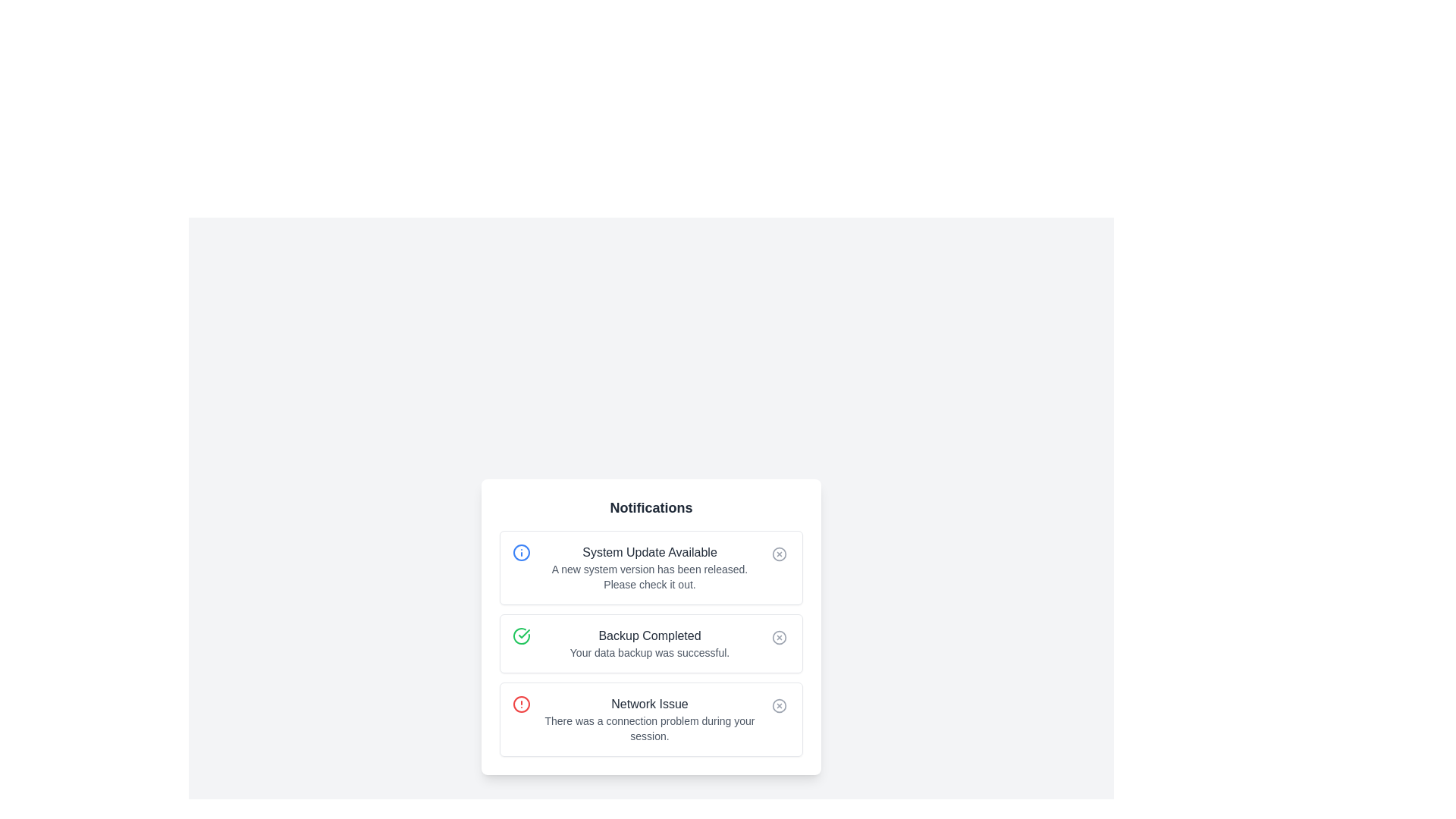  Describe the element at coordinates (521, 704) in the screenshot. I see `the alert icon for the 'Network Issue' notification, located at the leftmost part of the notification item` at that location.